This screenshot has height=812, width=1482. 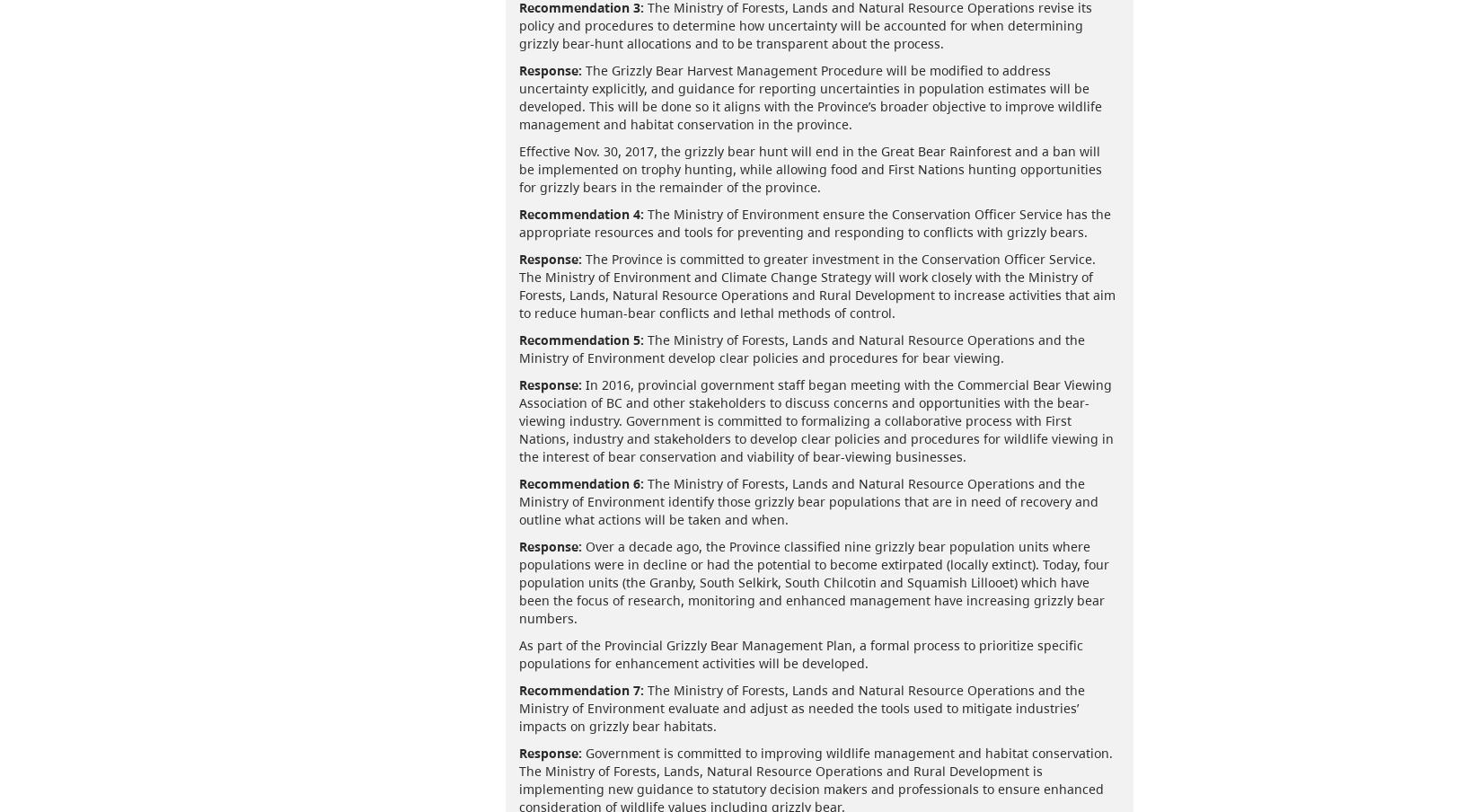 What do you see at coordinates (517, 419) in the screenshot?
I see `'In 2016, provincial government staff began meeting with the Commercial Bear Viewing Association of BC and other stakeholders to discuss concerns and opportunities with the bear-viewing industry. Government is committed to formalizing a collaborative process with First Nations, industry and stakeholders to develop clear policies and procedures for wildlife viewing in the interest of bear conservation and viability of bear-viewing businesses.'` at bounding box center [517, 419].